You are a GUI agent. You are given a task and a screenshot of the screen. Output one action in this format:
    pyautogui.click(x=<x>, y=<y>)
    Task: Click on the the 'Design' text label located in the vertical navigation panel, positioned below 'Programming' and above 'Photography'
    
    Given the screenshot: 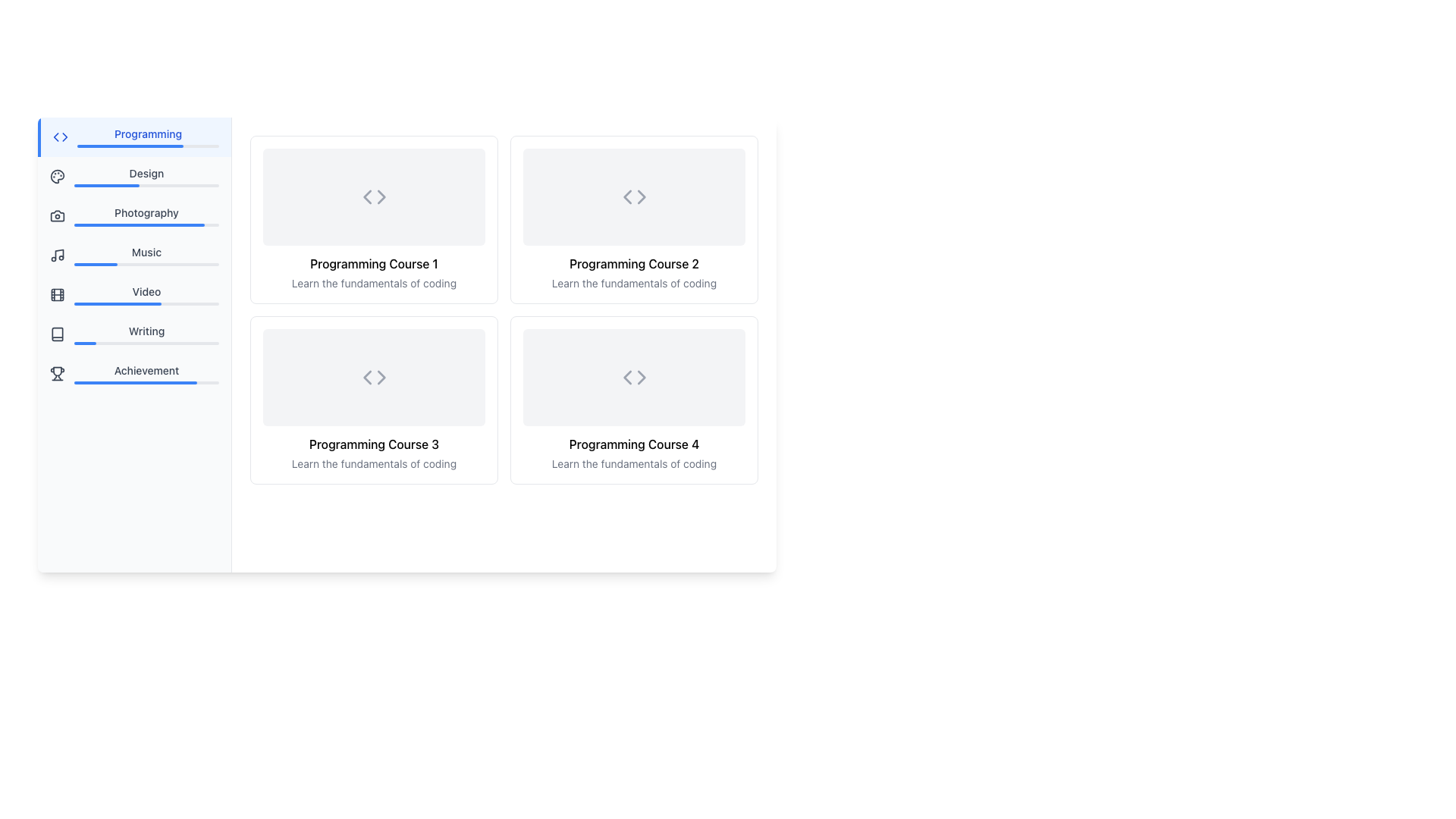 What is the action you would take?
    pyautogui.click(x=146, y=172)
    